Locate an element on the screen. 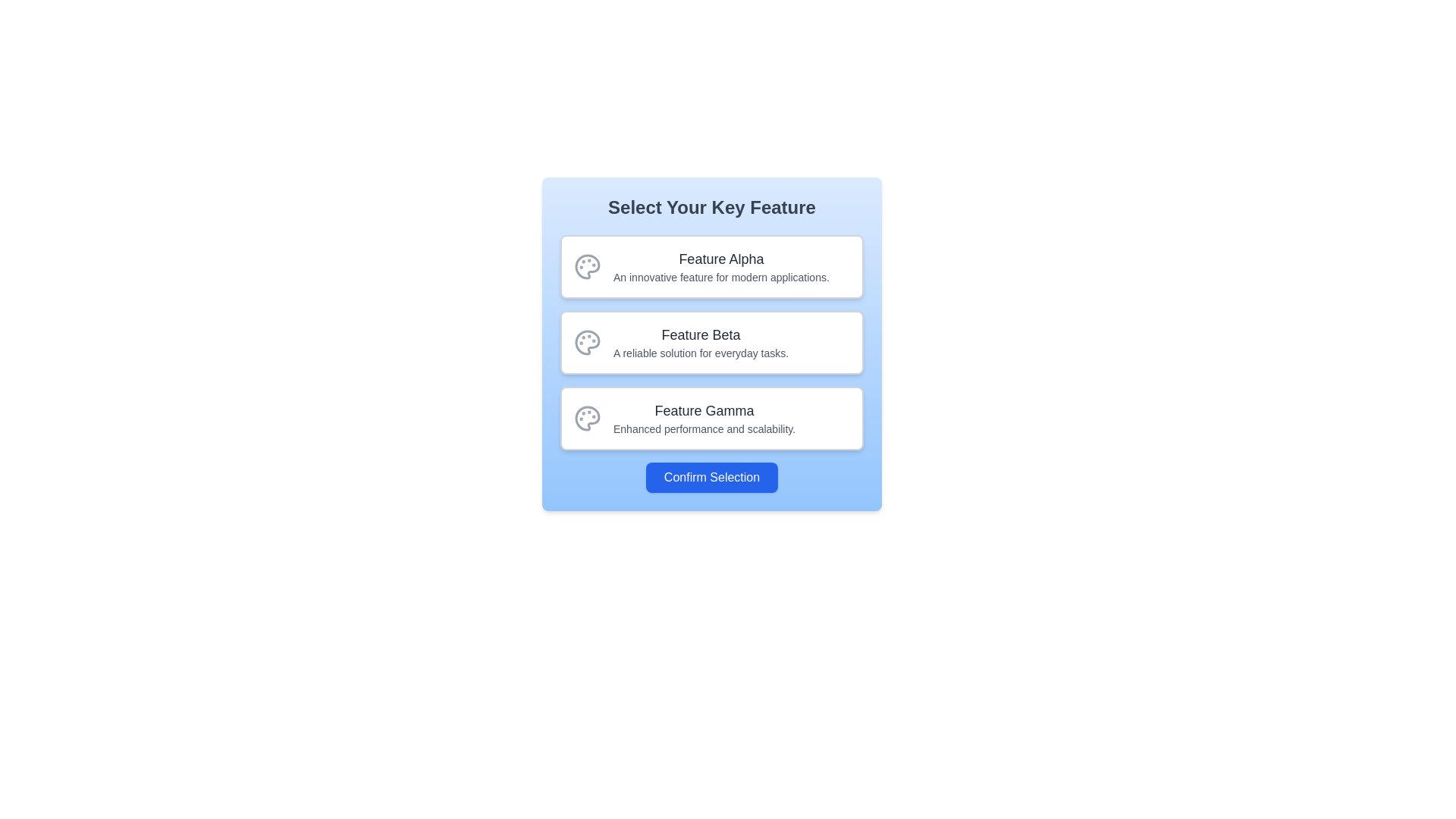 The height and width of the screenshot is (819, 1456). the 'Feature Beta' informative block, which has a palette icon on the left and descriptive text to the right is located at coordinates (711, 342).